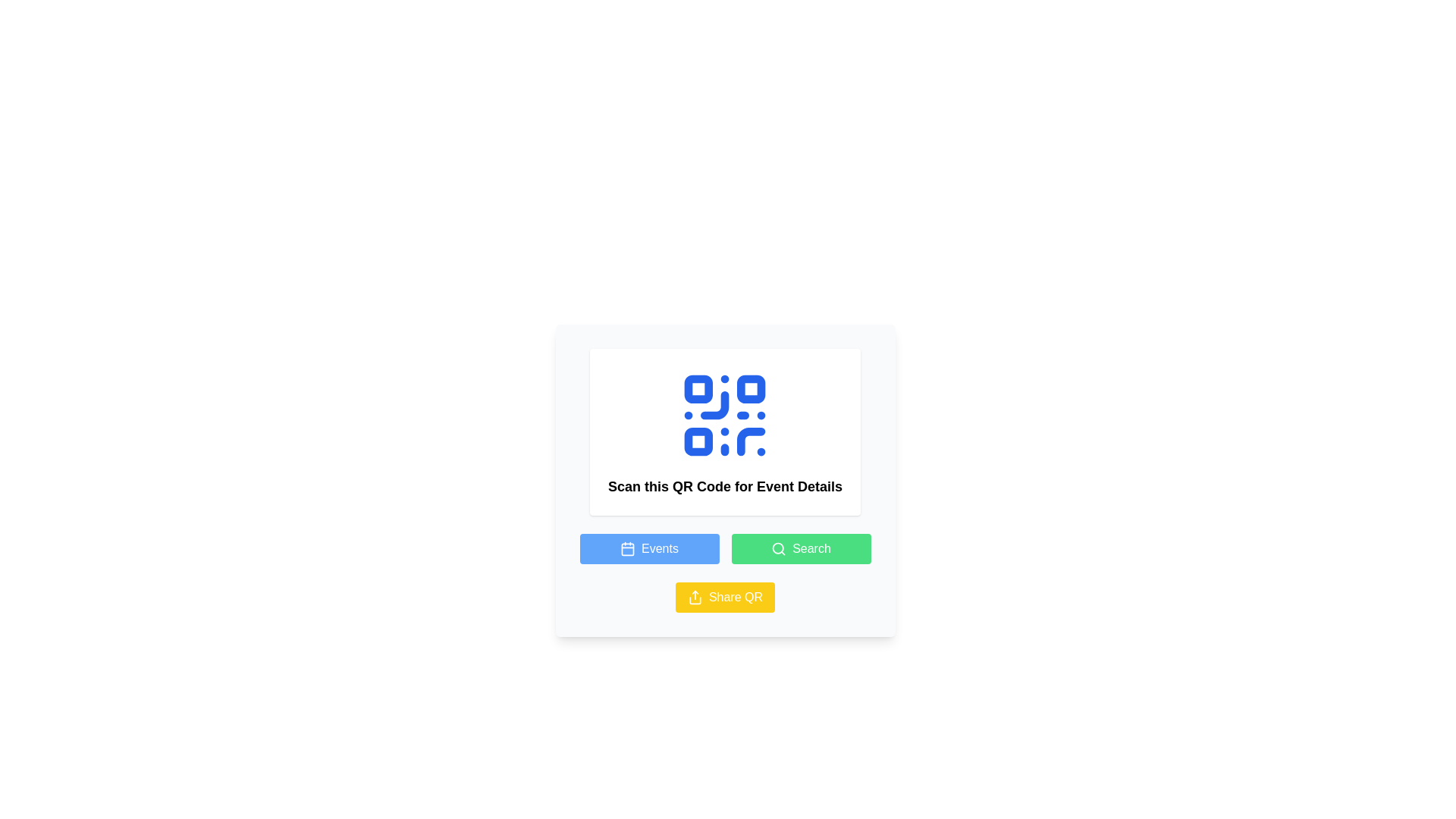 The image size is (1456, 819). Describe the element at coordinates (779, 549) in the screenshot. I see `the magnifying glass icon within the green 'Search' button` at that location.